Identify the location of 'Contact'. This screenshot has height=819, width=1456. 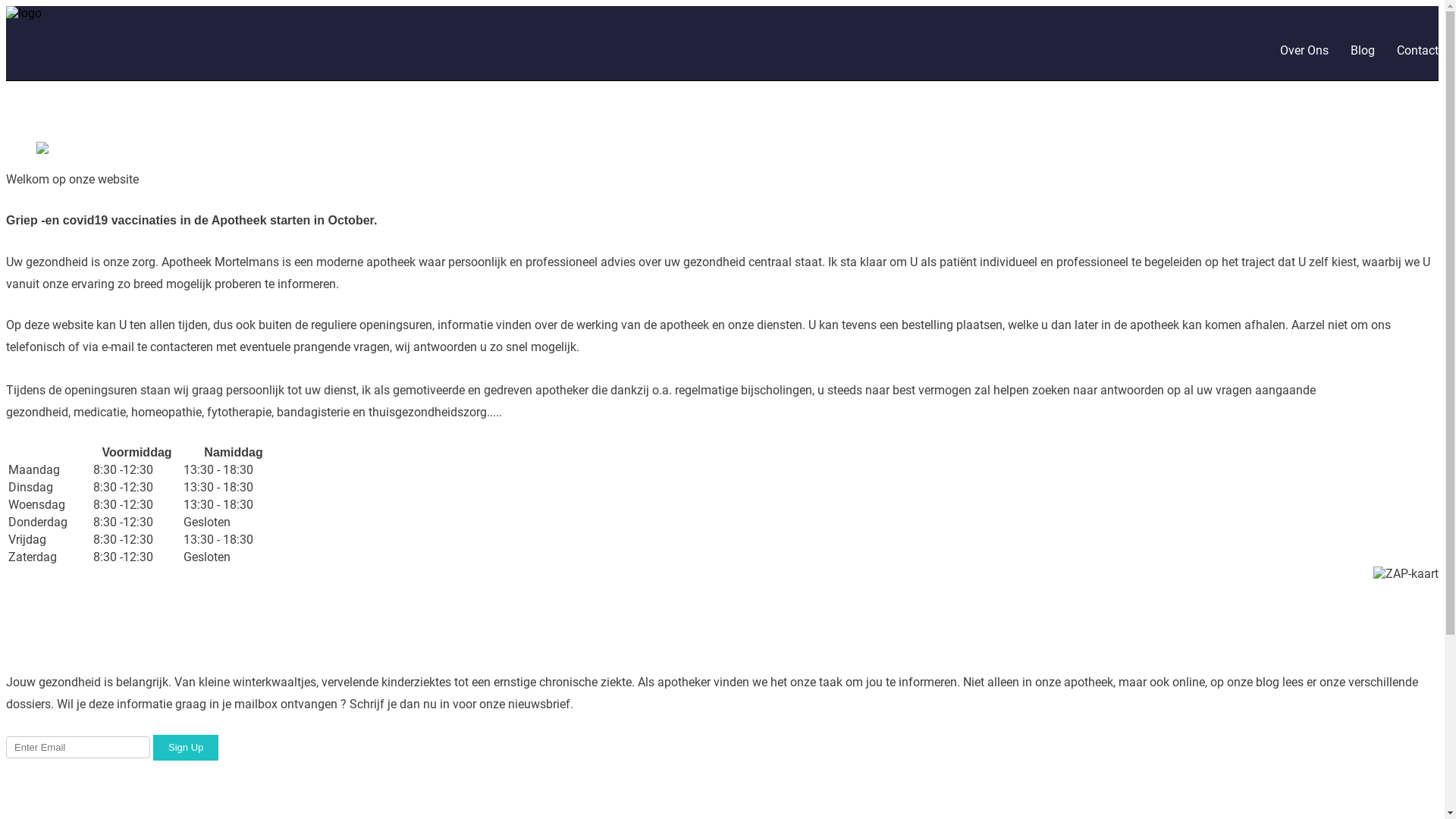
(1417, 49).